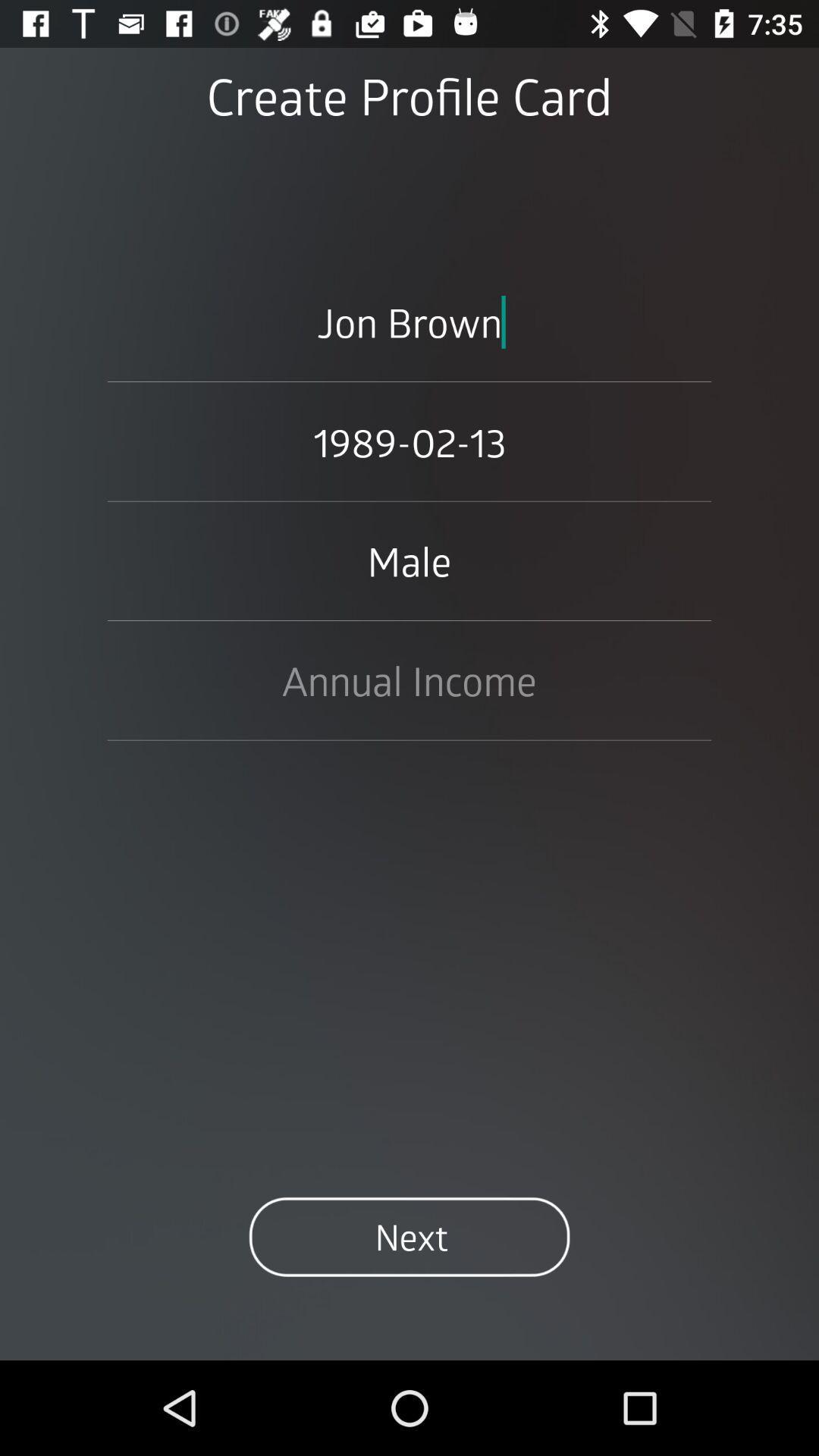 Image resolution: width=819 pixels, height=1456 pixels. Describe the element at coordinates (409, 679) in the screenshot. I see `annual income` at that location.